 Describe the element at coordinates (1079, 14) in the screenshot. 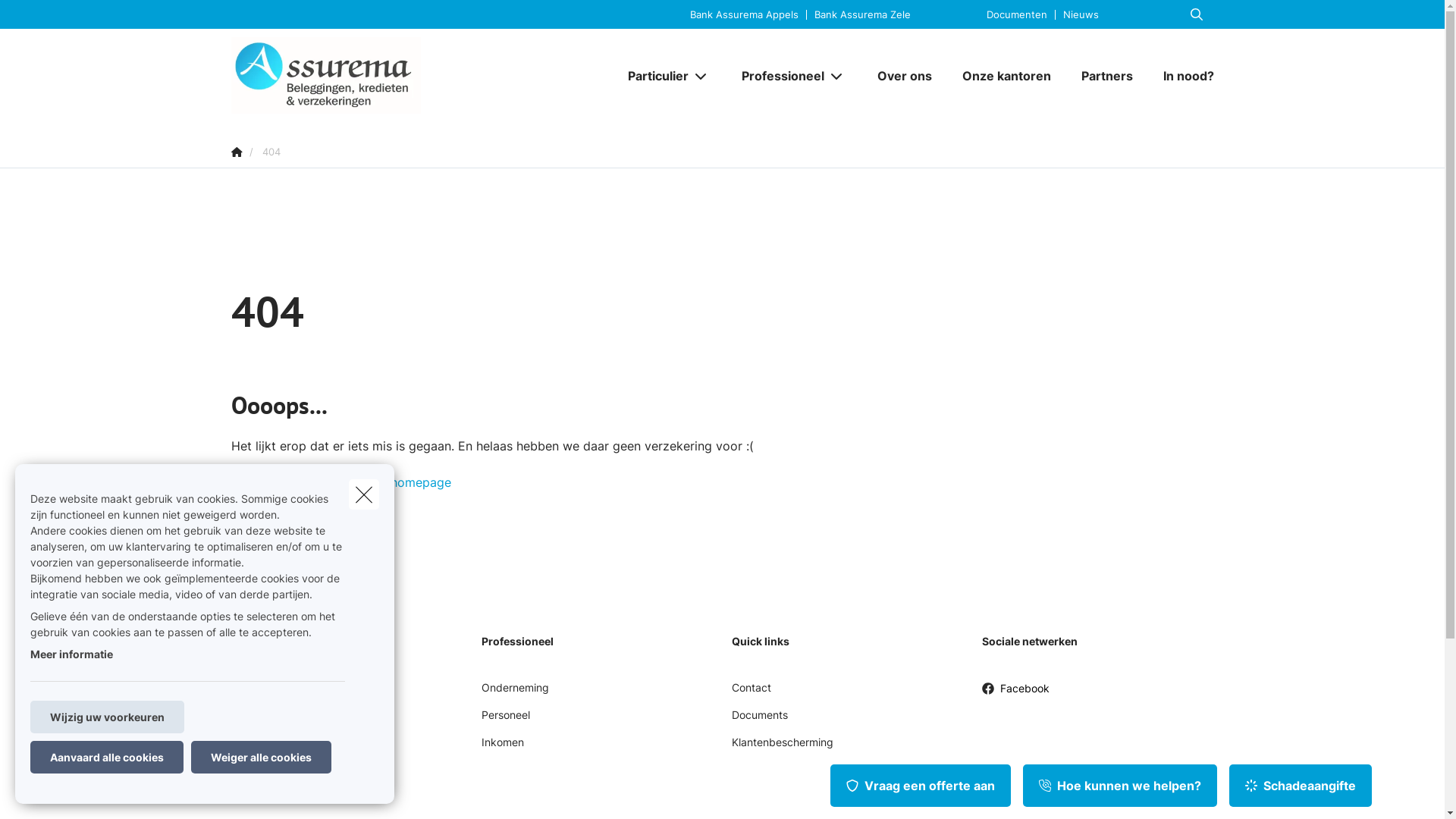

I see `'Nieuws'` at that location.